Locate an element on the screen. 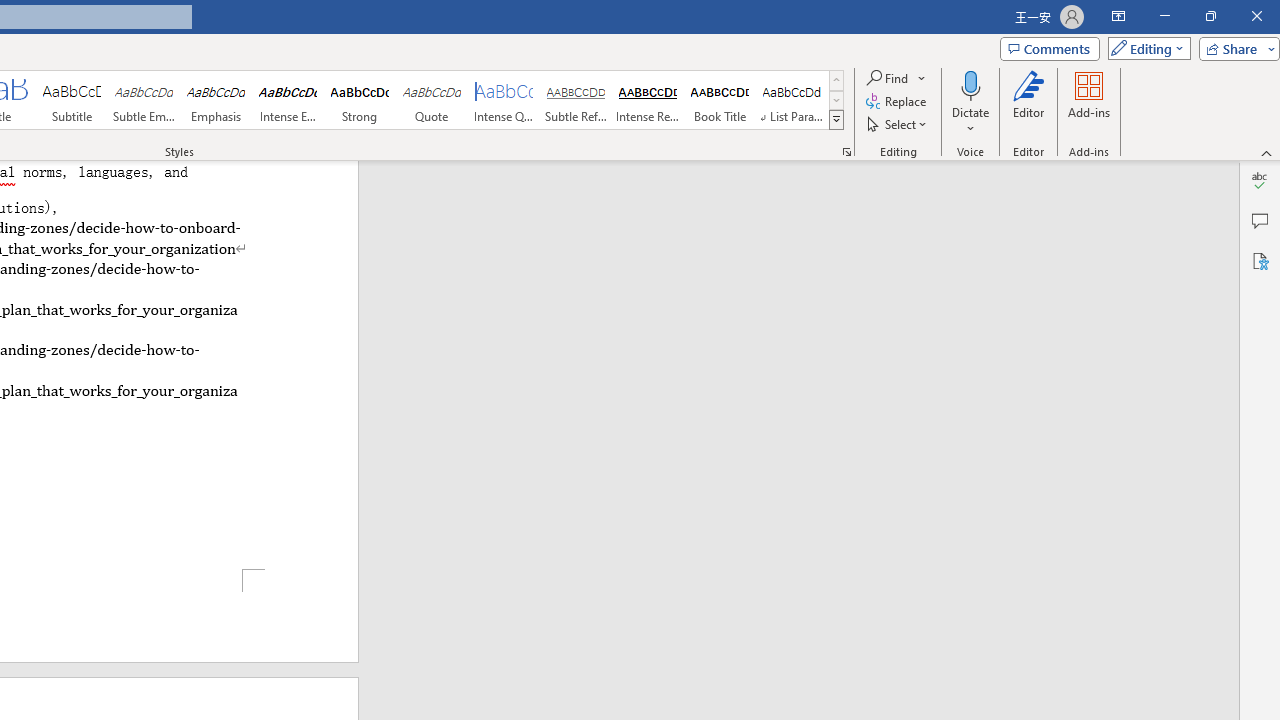  'Styles...' is located at coordinates (846, 150).